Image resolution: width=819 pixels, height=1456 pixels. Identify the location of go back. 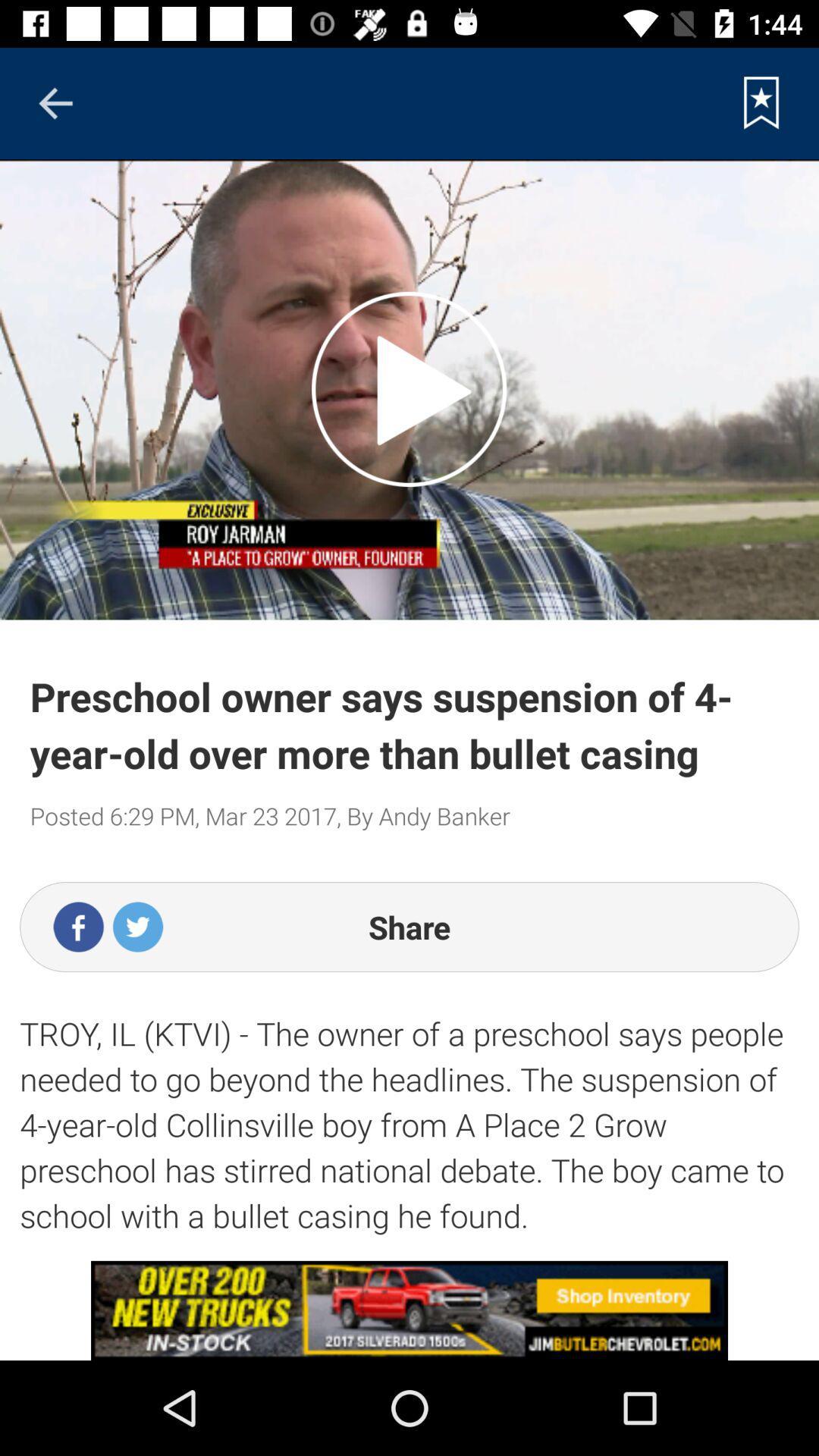
(55, 102).